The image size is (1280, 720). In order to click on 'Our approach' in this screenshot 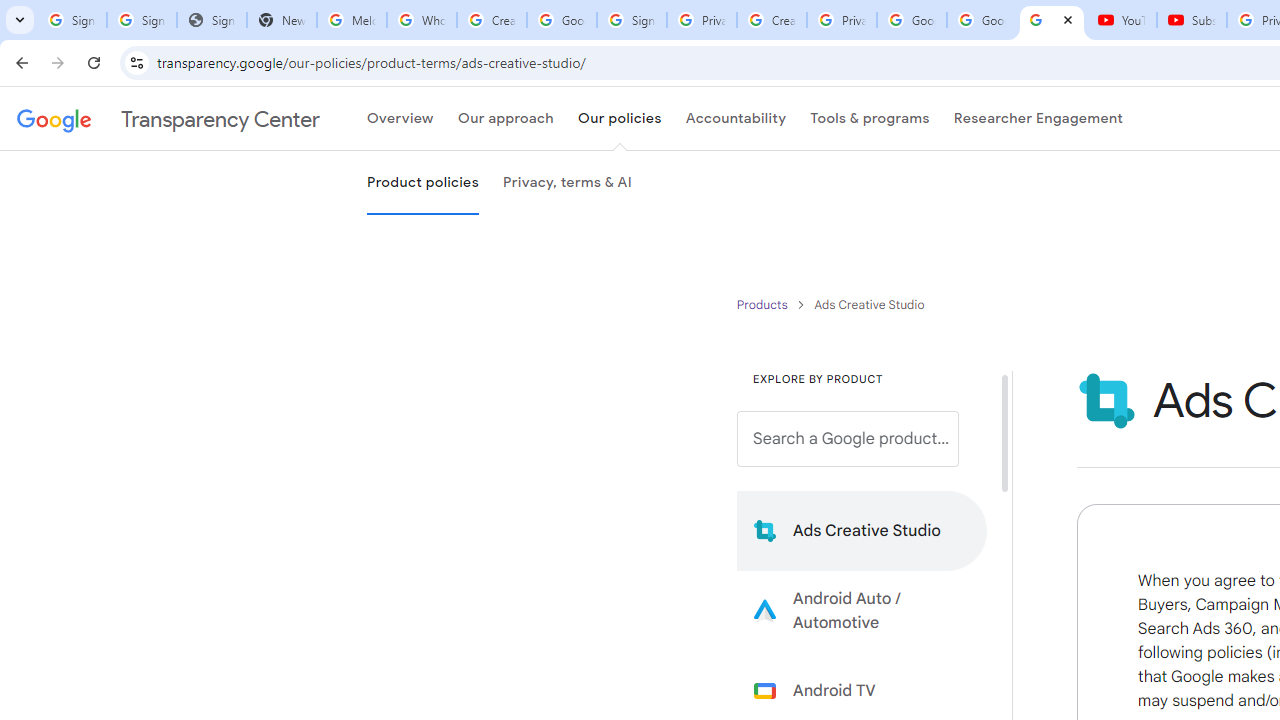, I will do `click(505, 119)`.